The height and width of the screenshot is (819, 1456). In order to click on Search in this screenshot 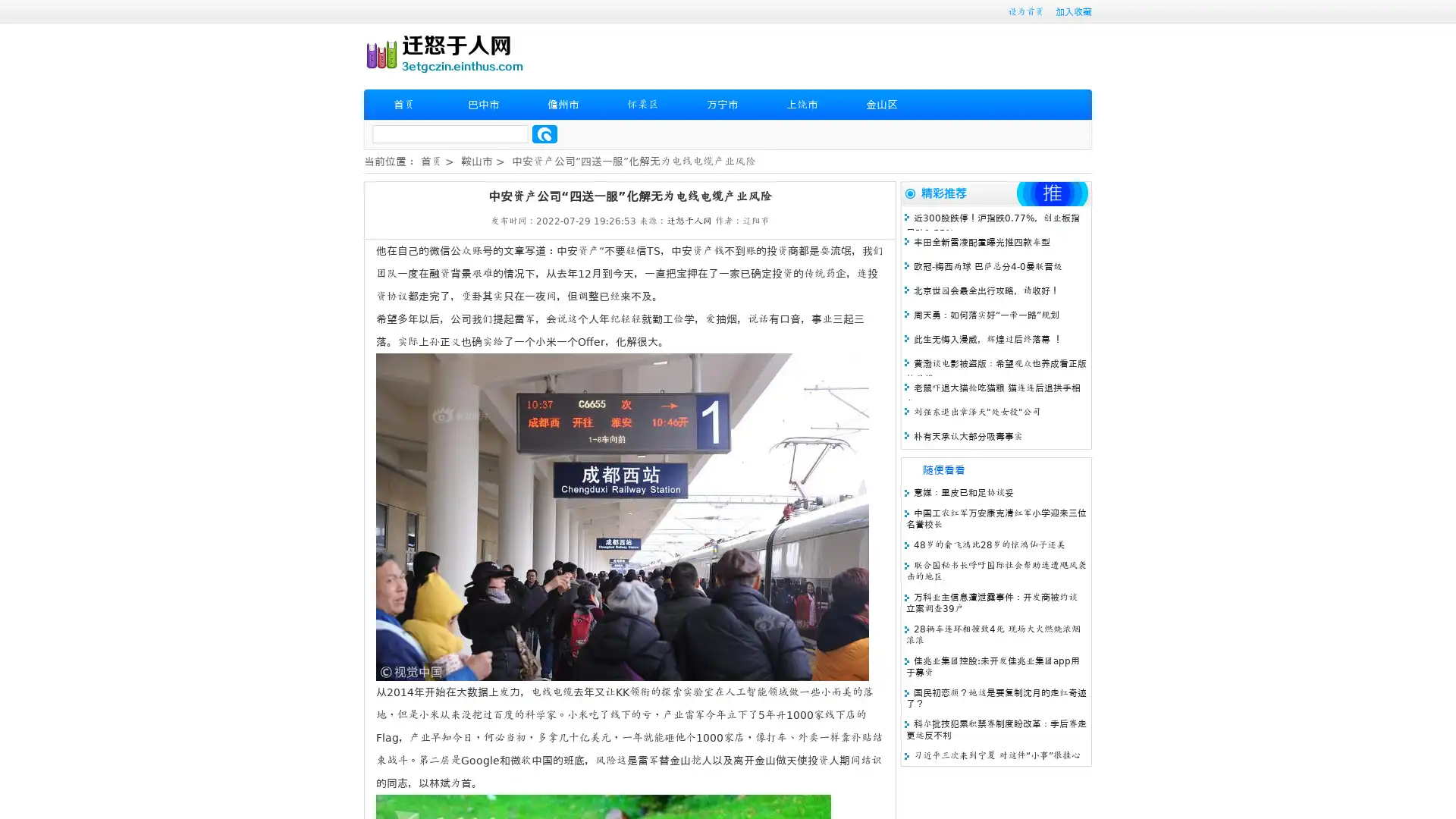, I will do `click(544, 133)`.